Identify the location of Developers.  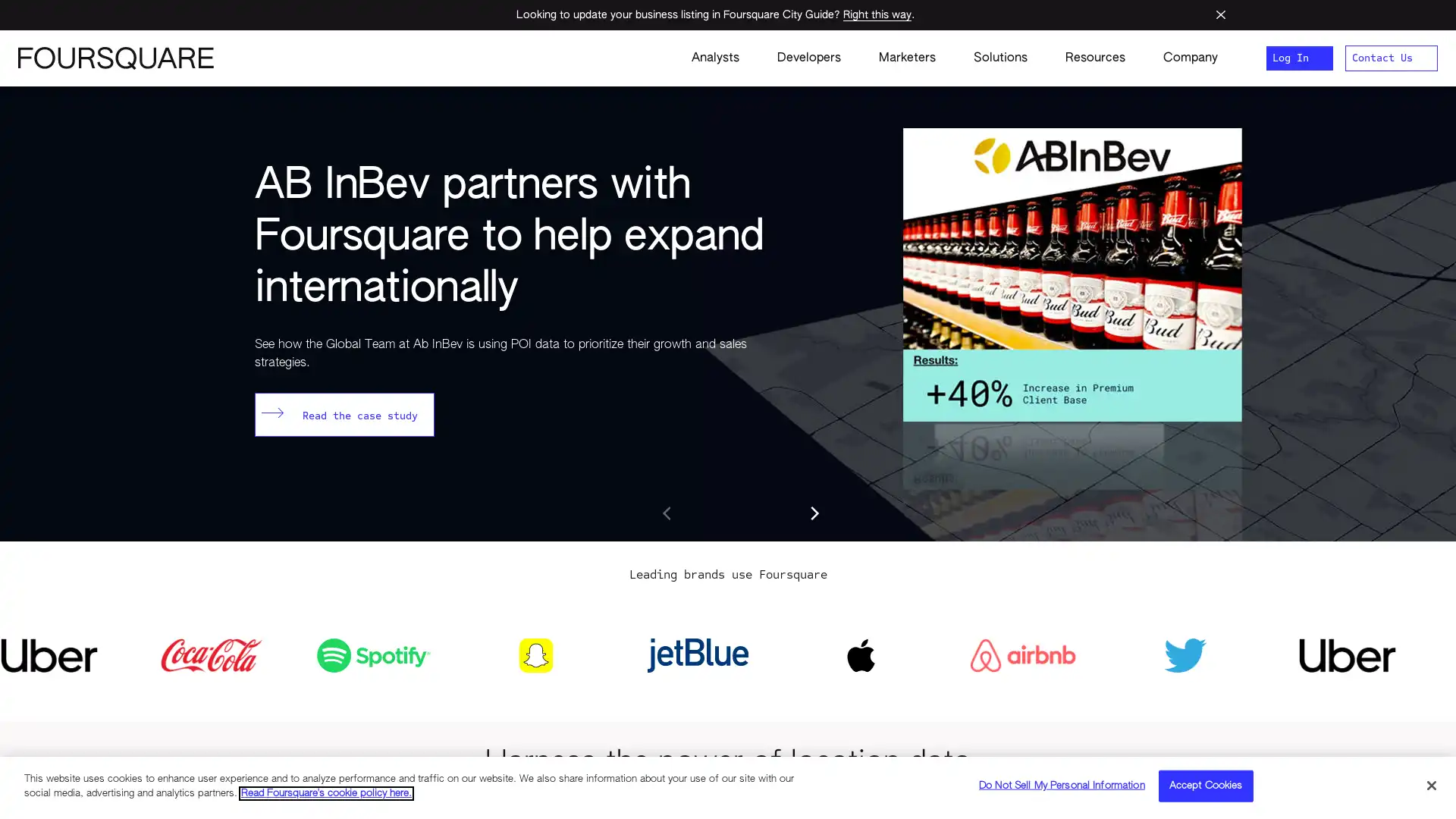
(808, 58).